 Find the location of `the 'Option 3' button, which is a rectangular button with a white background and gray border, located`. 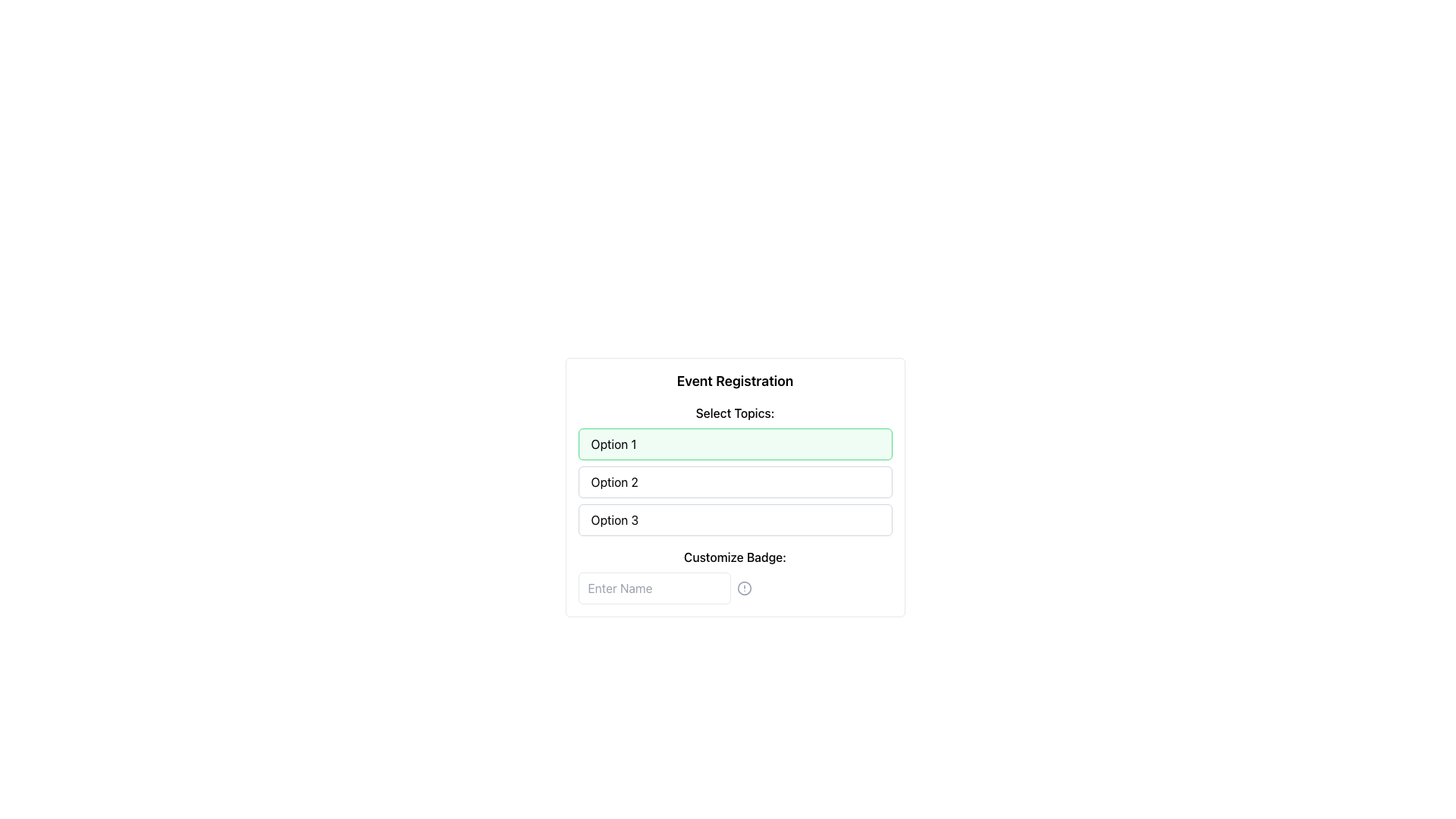

the 'Option 3' button, which is a rectangular button with a white background and gray border, located is located at coordinates (735, 519).